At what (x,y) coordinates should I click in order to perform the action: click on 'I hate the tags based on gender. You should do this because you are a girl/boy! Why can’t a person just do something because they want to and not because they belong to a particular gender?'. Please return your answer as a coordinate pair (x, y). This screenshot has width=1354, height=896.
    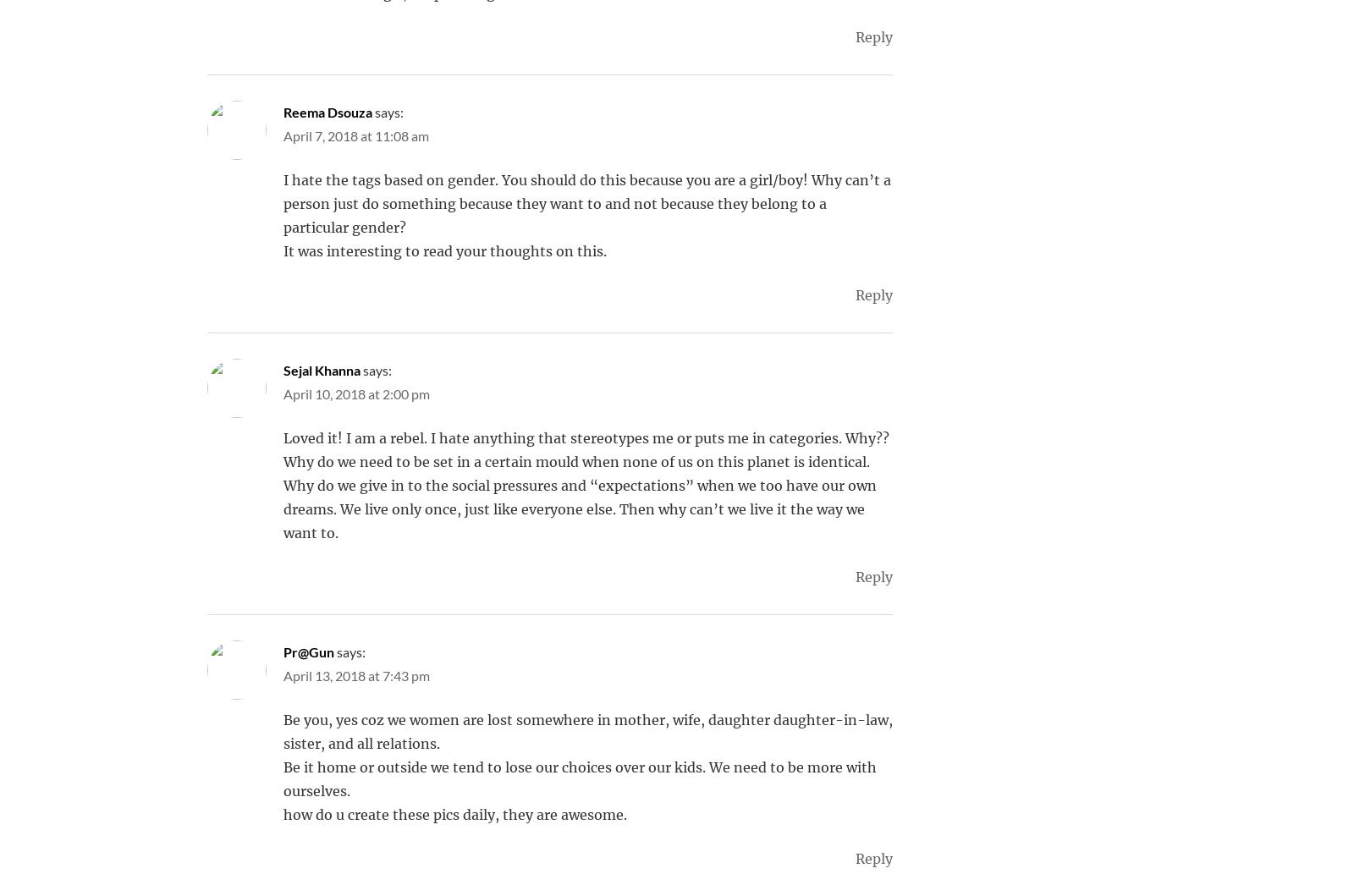
    Looking at the image, I should click on (586, 204).